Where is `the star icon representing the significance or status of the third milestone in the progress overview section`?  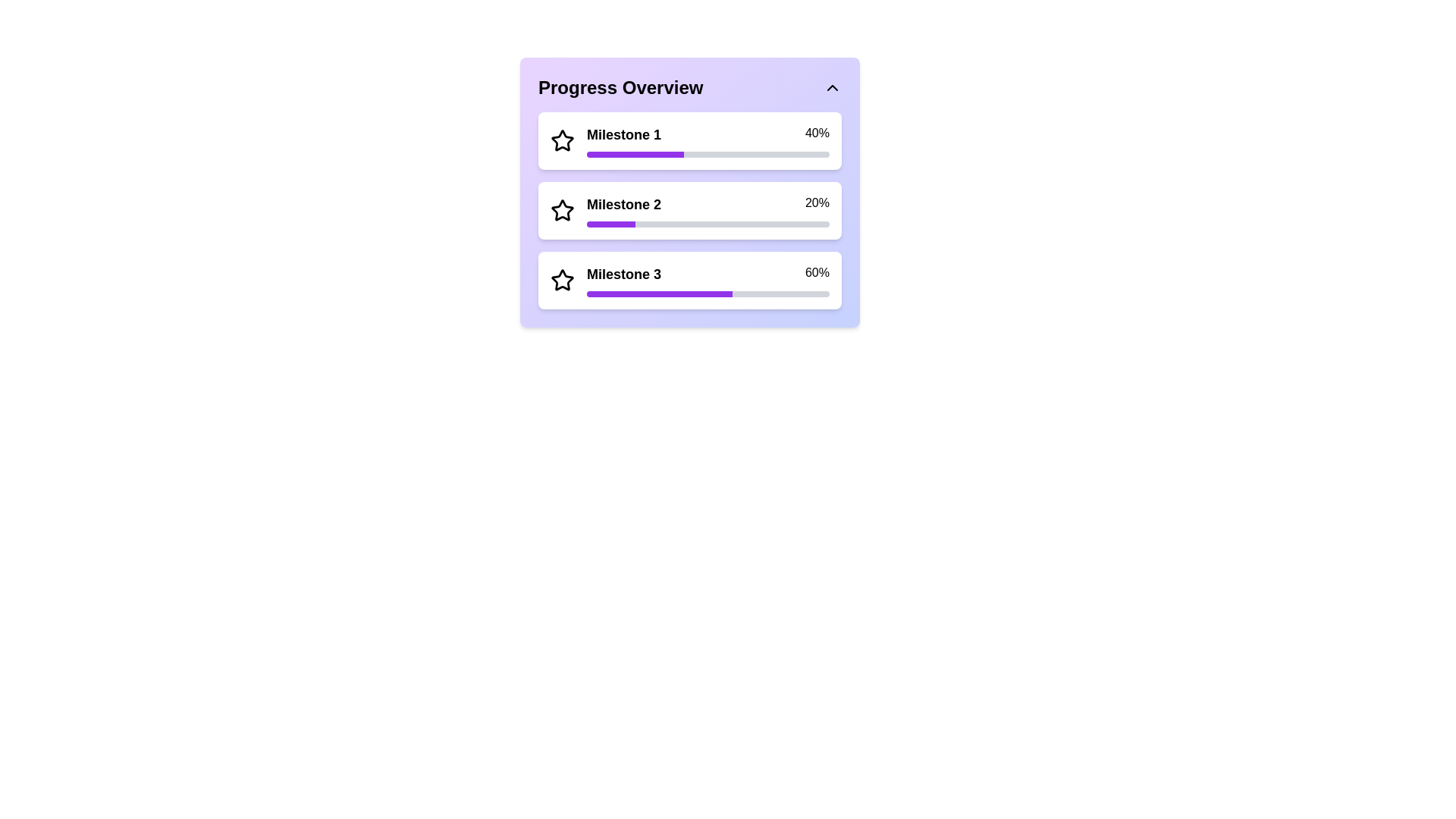 the star icon representing the significance or status of the third milestone in the progress overview section is located at coordinates (560, 280).